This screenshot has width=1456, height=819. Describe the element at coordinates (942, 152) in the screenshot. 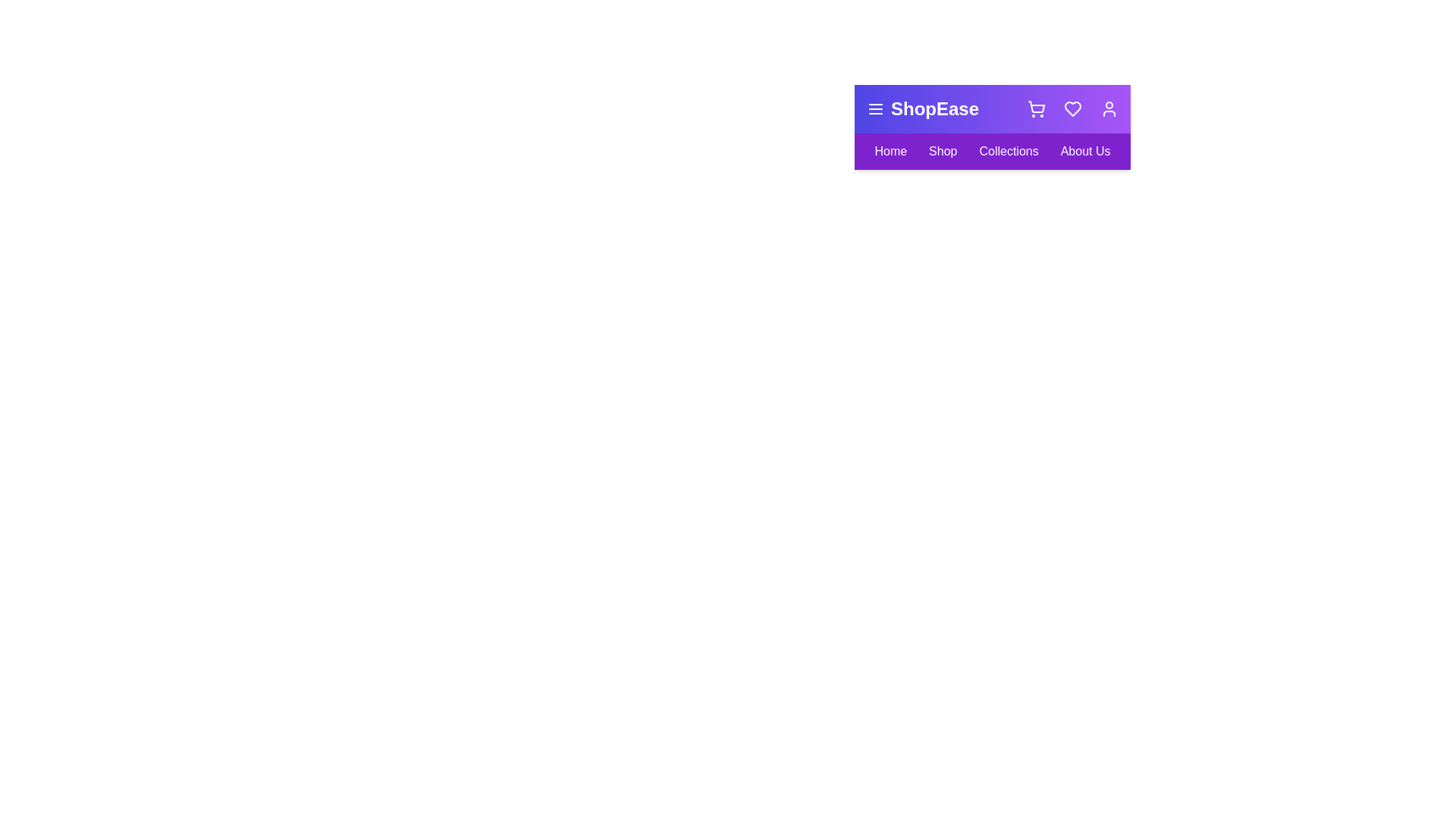

I see `the 'Shop' link in the navigation bar` at that location.